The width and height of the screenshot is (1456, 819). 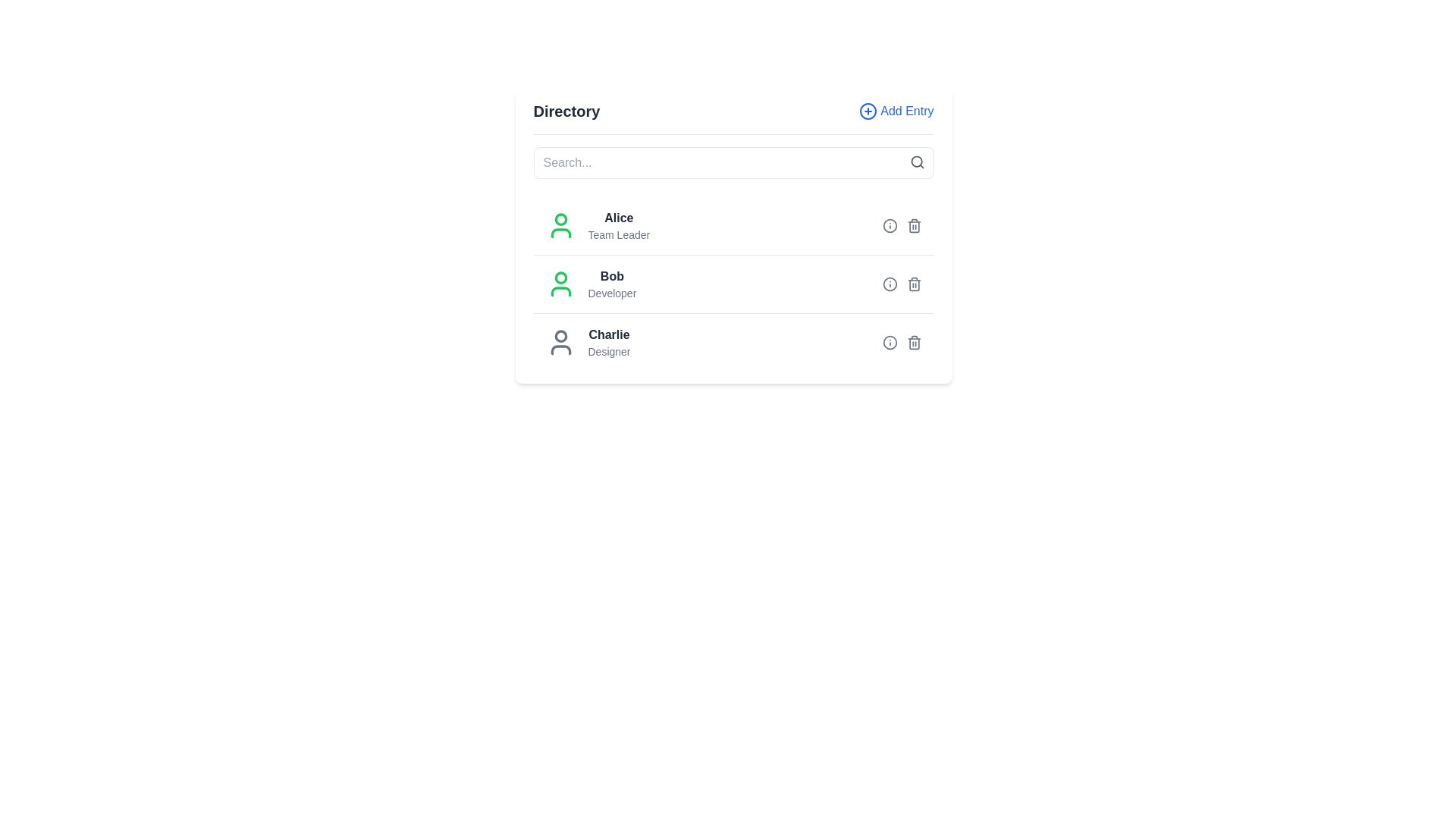 What do you see at coordinates (890, 342) in the screenshot?
I see `the gray information circle icon button located` at bounding box center [890, 342].